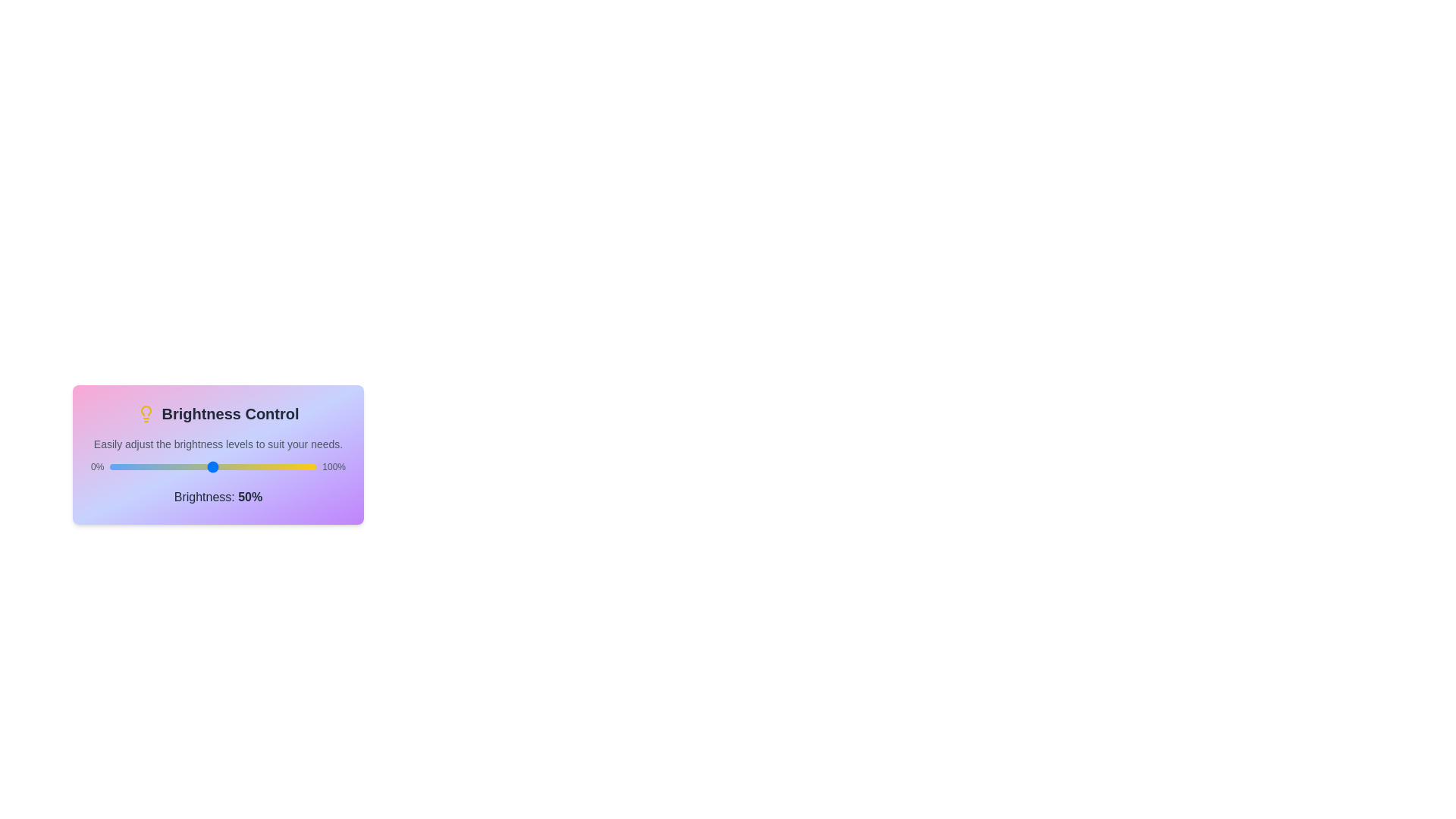 This screenshot has width=1456, height=819. I want to click on the brightness to 99% by moving the slider, so click(313, 466).